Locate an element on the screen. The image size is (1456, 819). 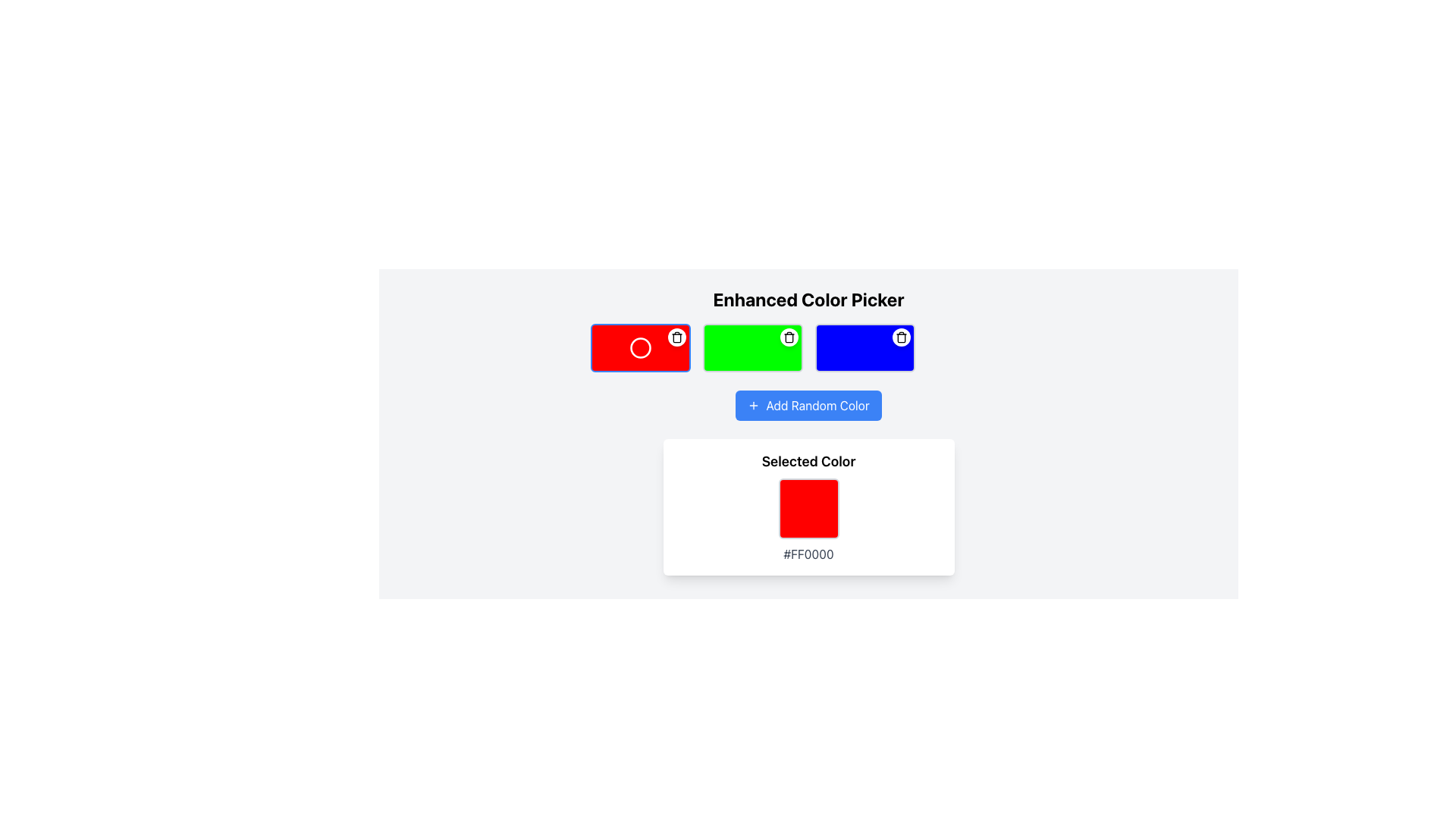
the delete button located in the top-right corner of the green card is located at coordinates (789, 336).